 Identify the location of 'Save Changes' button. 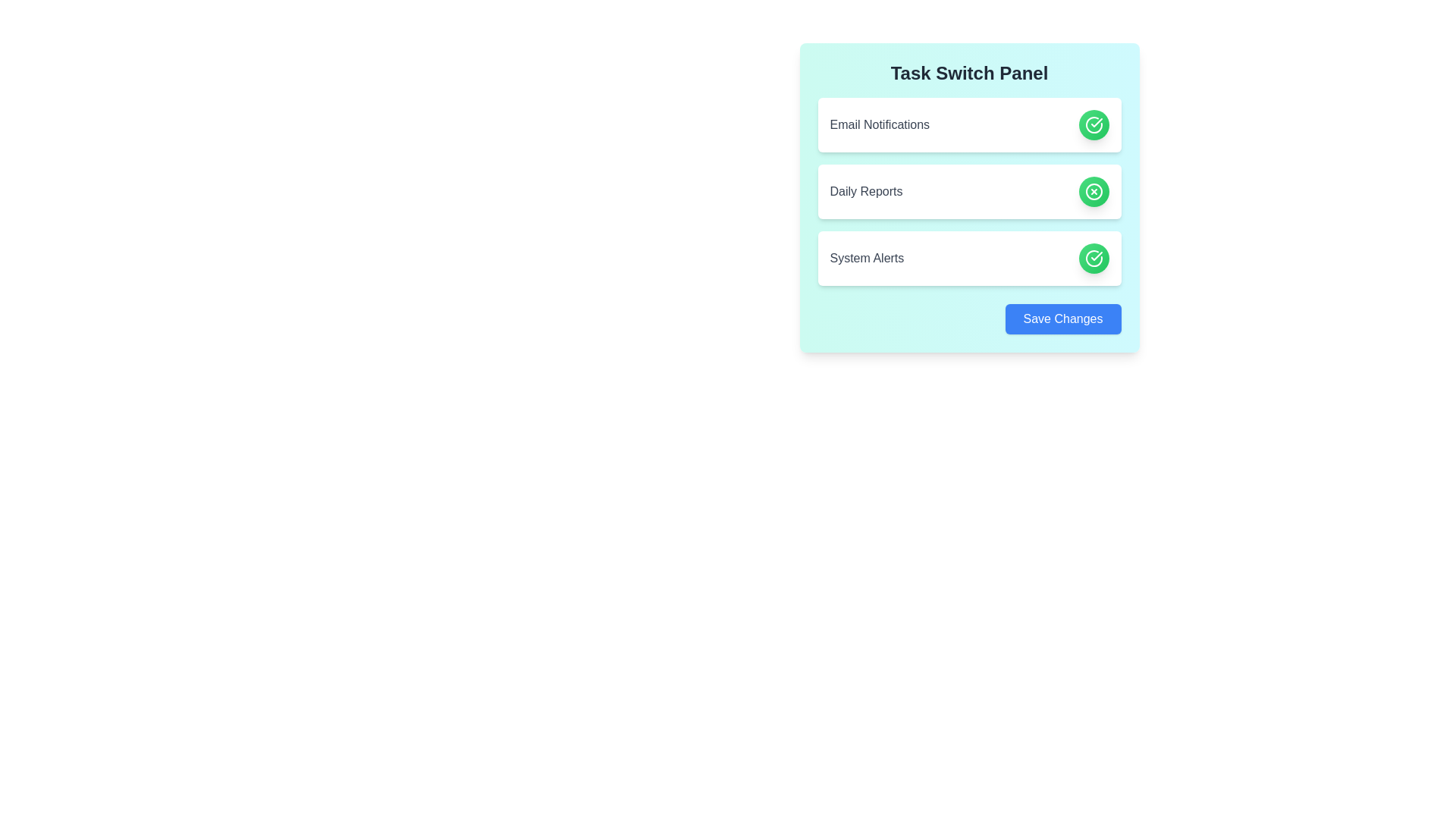
(1062, 318).